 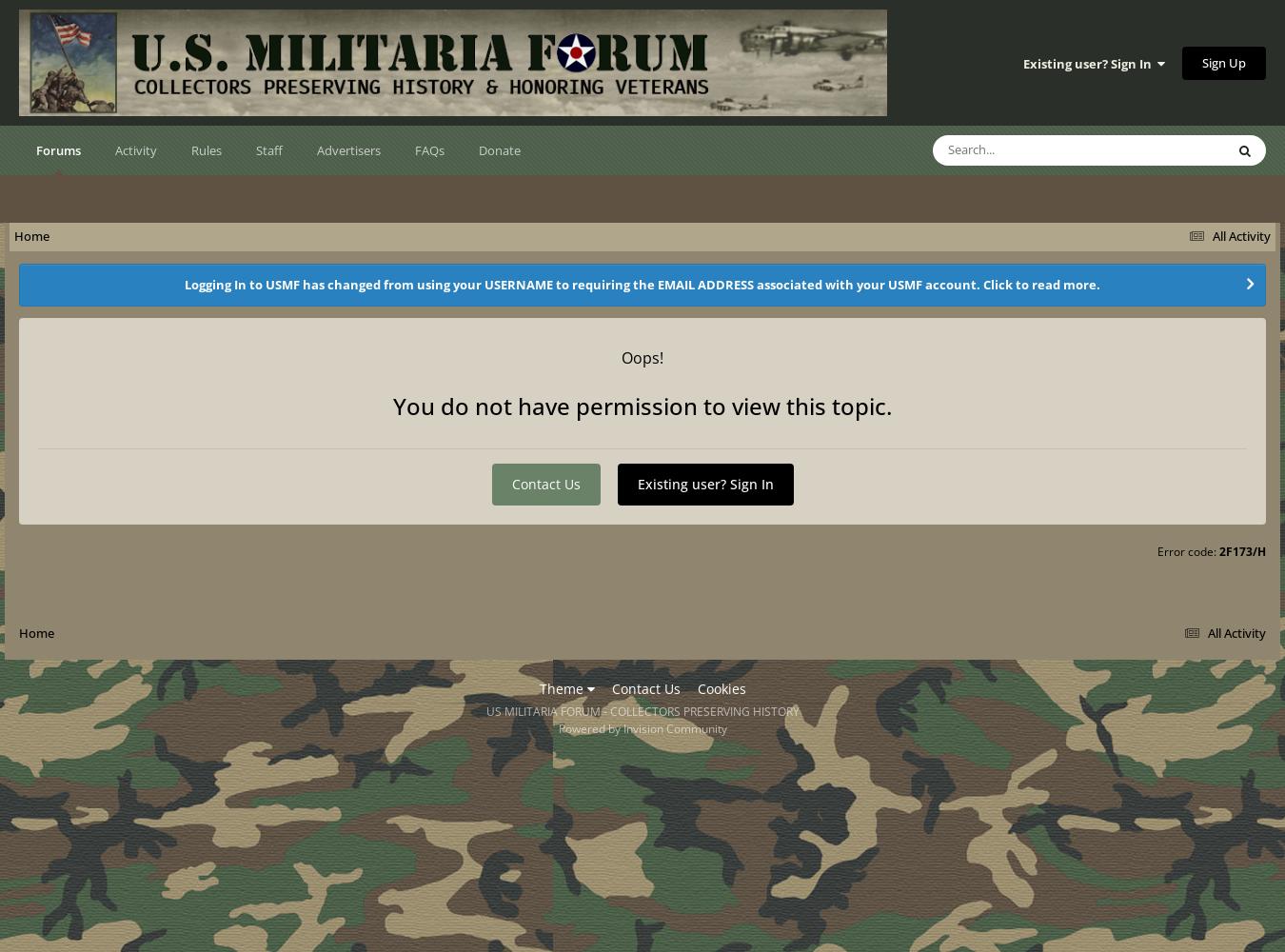 I want to click on 'Logging In to USMF has changed from using your USERNAME to requiring the EMAIL ADDRESS associated with your USMF account. Click to read more.', so click(x=642, y=284).